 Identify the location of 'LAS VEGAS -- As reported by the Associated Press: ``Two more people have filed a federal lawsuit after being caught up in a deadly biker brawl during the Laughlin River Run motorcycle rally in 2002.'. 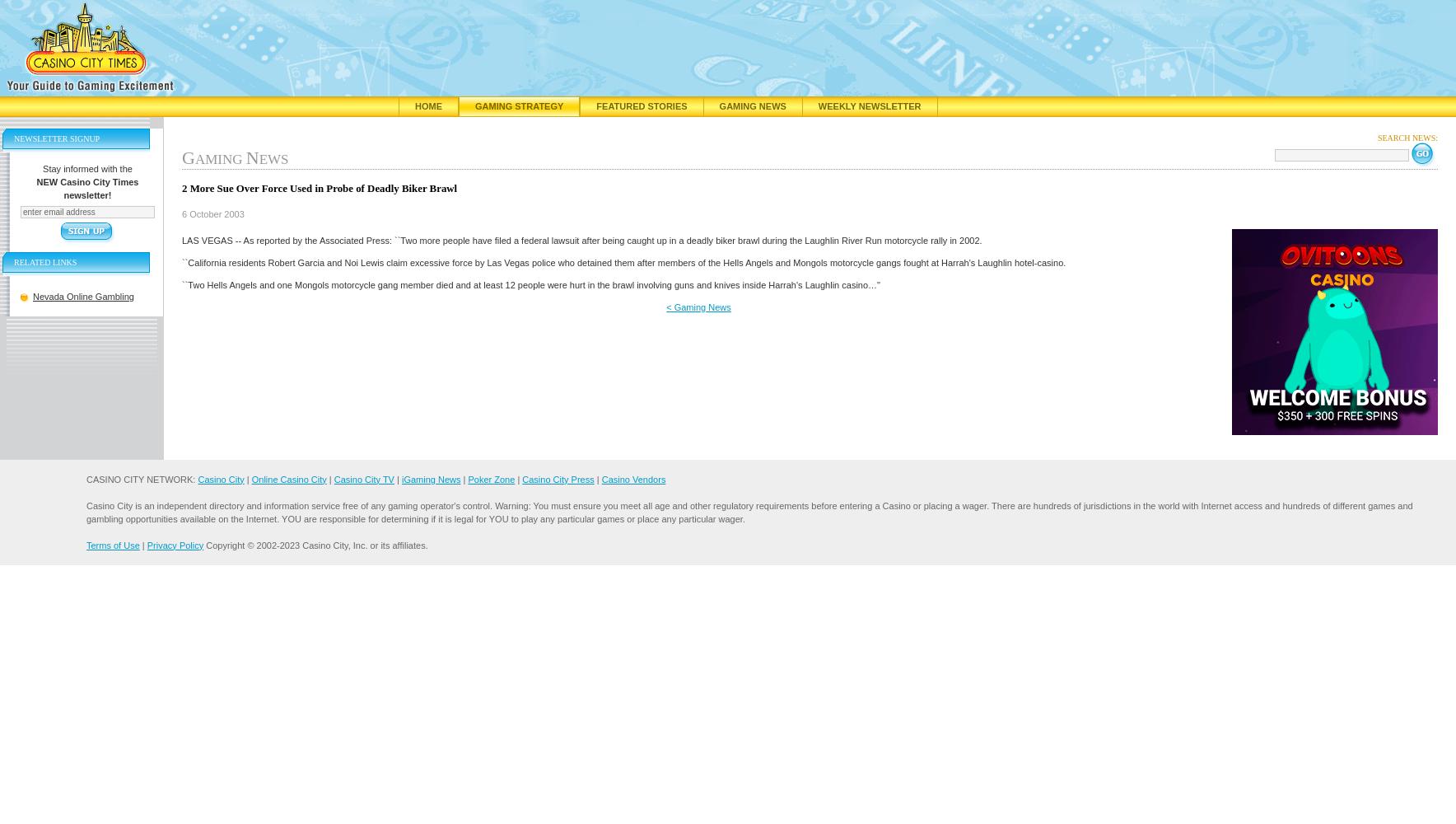
(181, 240).